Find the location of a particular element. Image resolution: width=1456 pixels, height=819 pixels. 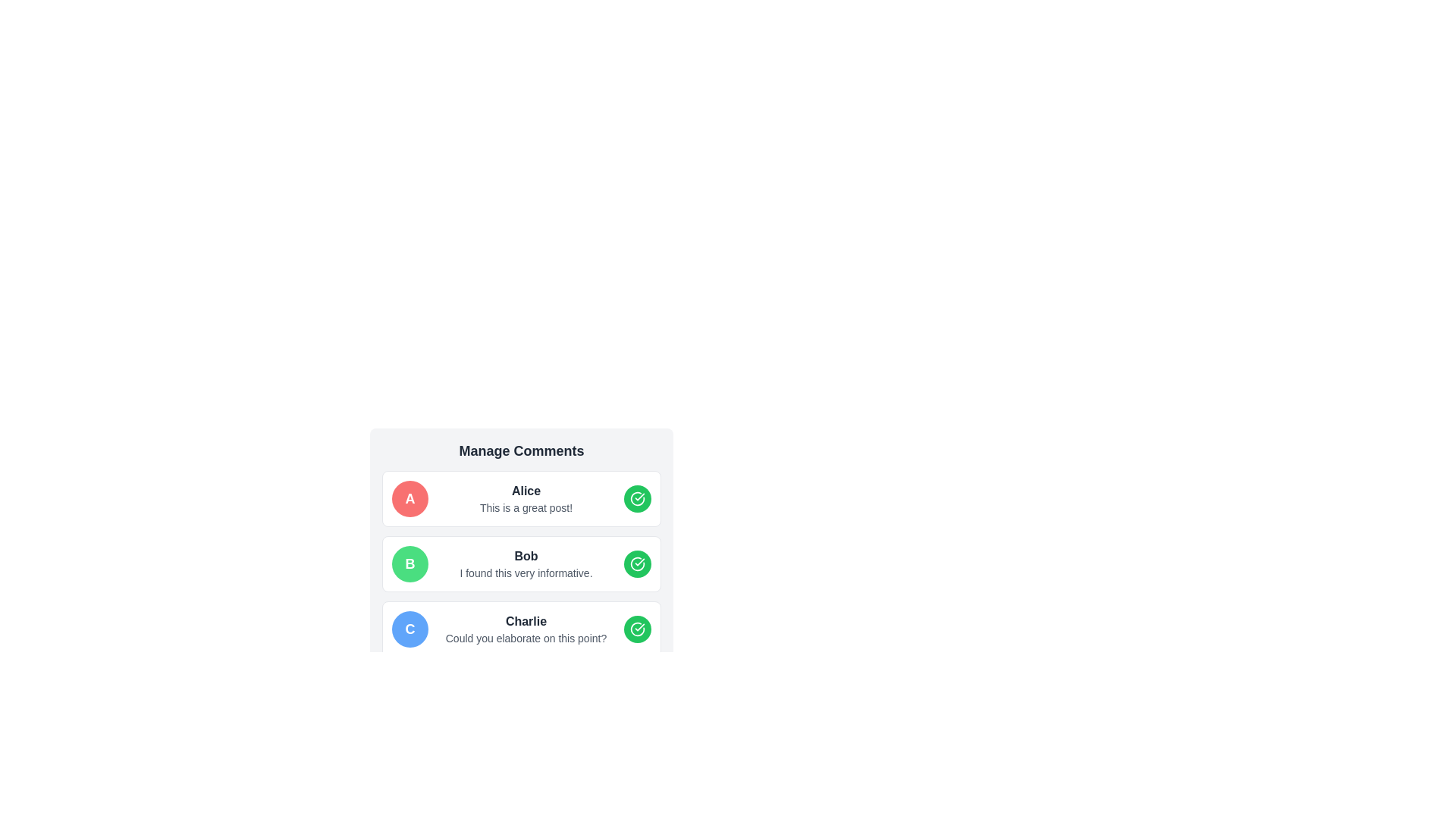

the confirmation button located in the bottom-right corner of Charlie's comment card to observe the hover effect is located at coordinates (637, 629).